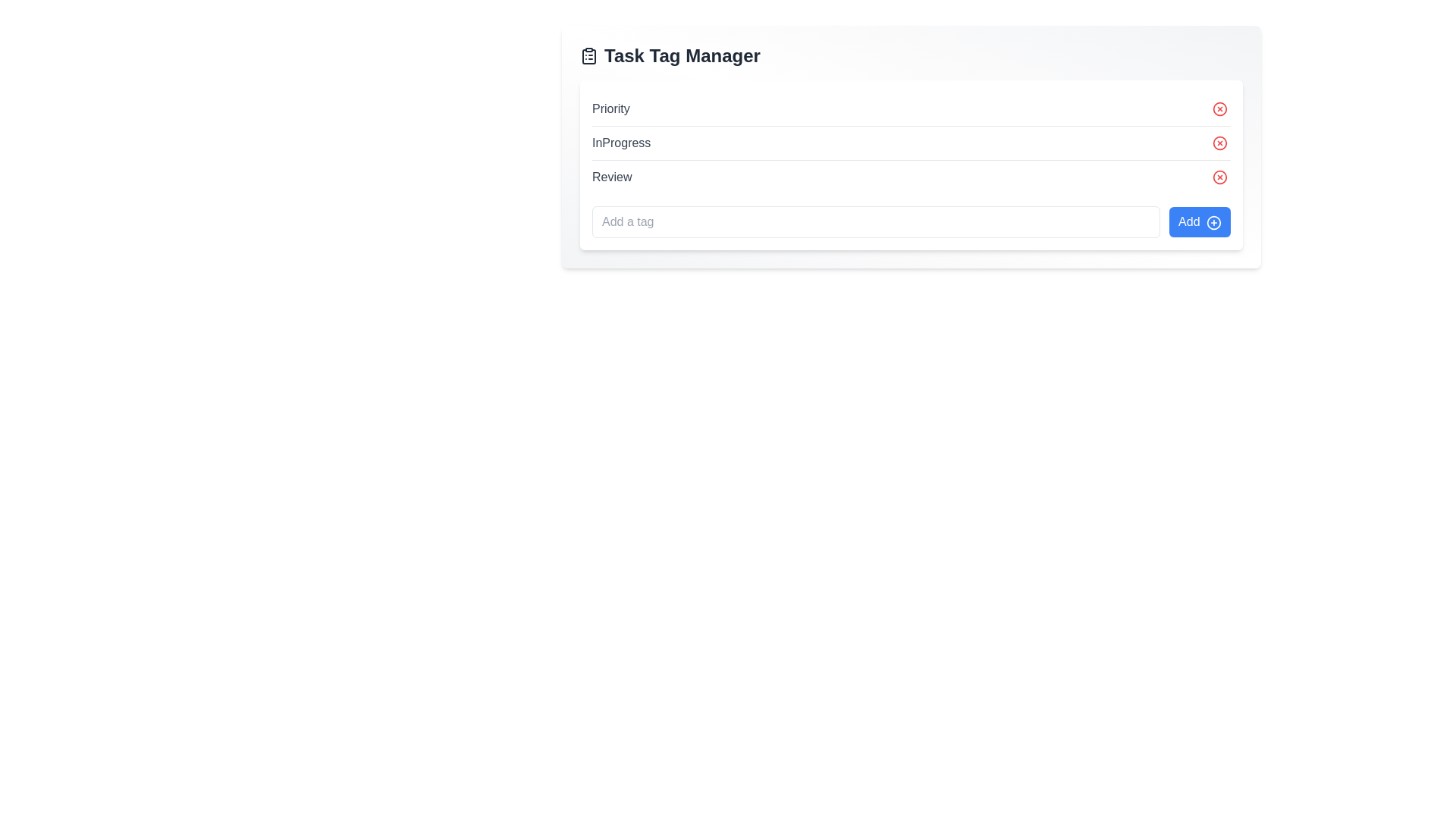  Describe the element at coordinates (681, 55) in the screenshot. I see `the bold heading with the text 'Task Tag Manager', which is styled with a large font size and positioned near the top of the interface, next to a clipboard icon` at that location.